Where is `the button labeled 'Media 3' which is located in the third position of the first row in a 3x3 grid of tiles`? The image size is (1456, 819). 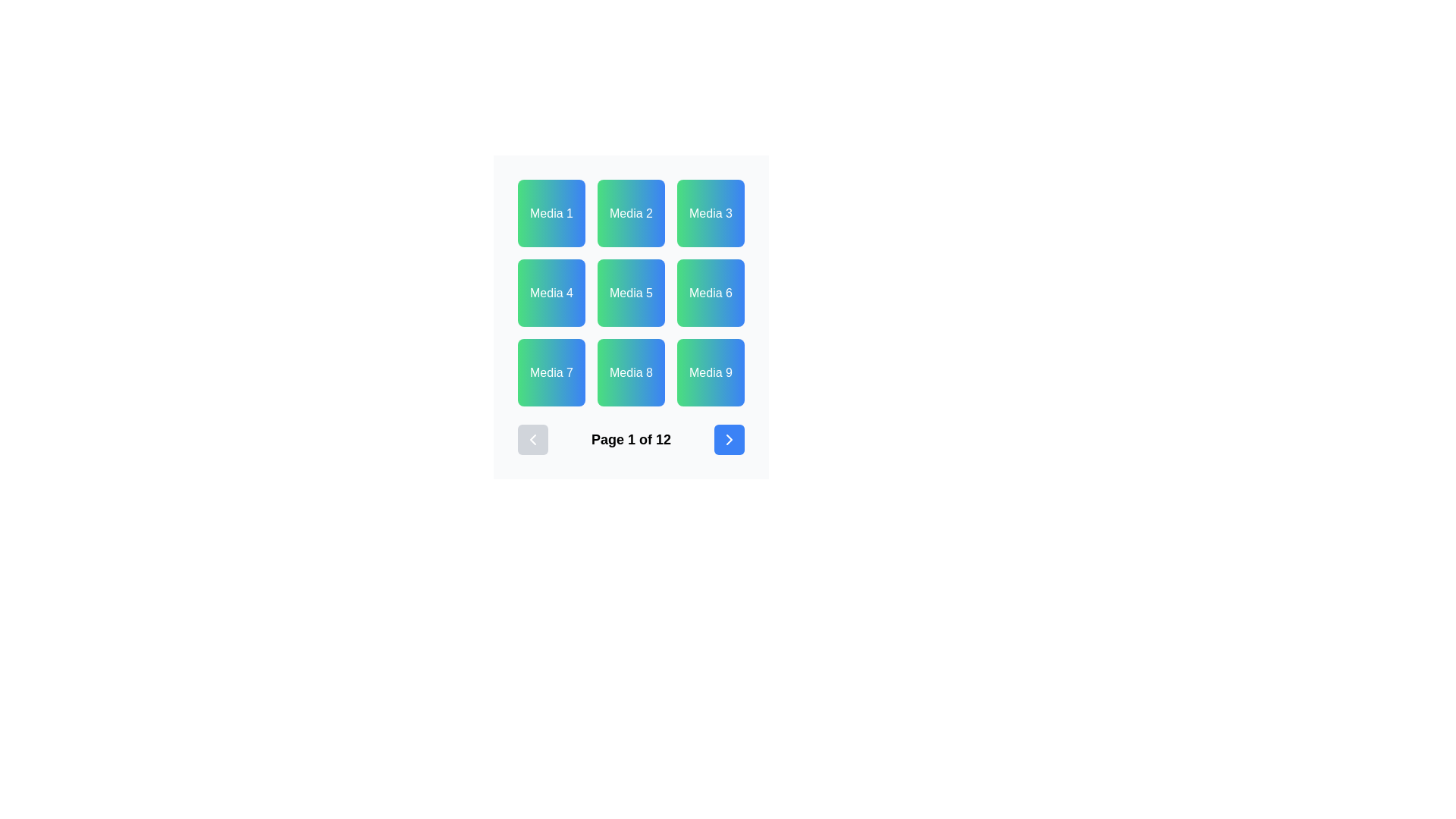 the button labeled 'Media 3' which is located in the third position of the first row in a 3x3 grid of tiles is located at coordinates (710, 213).